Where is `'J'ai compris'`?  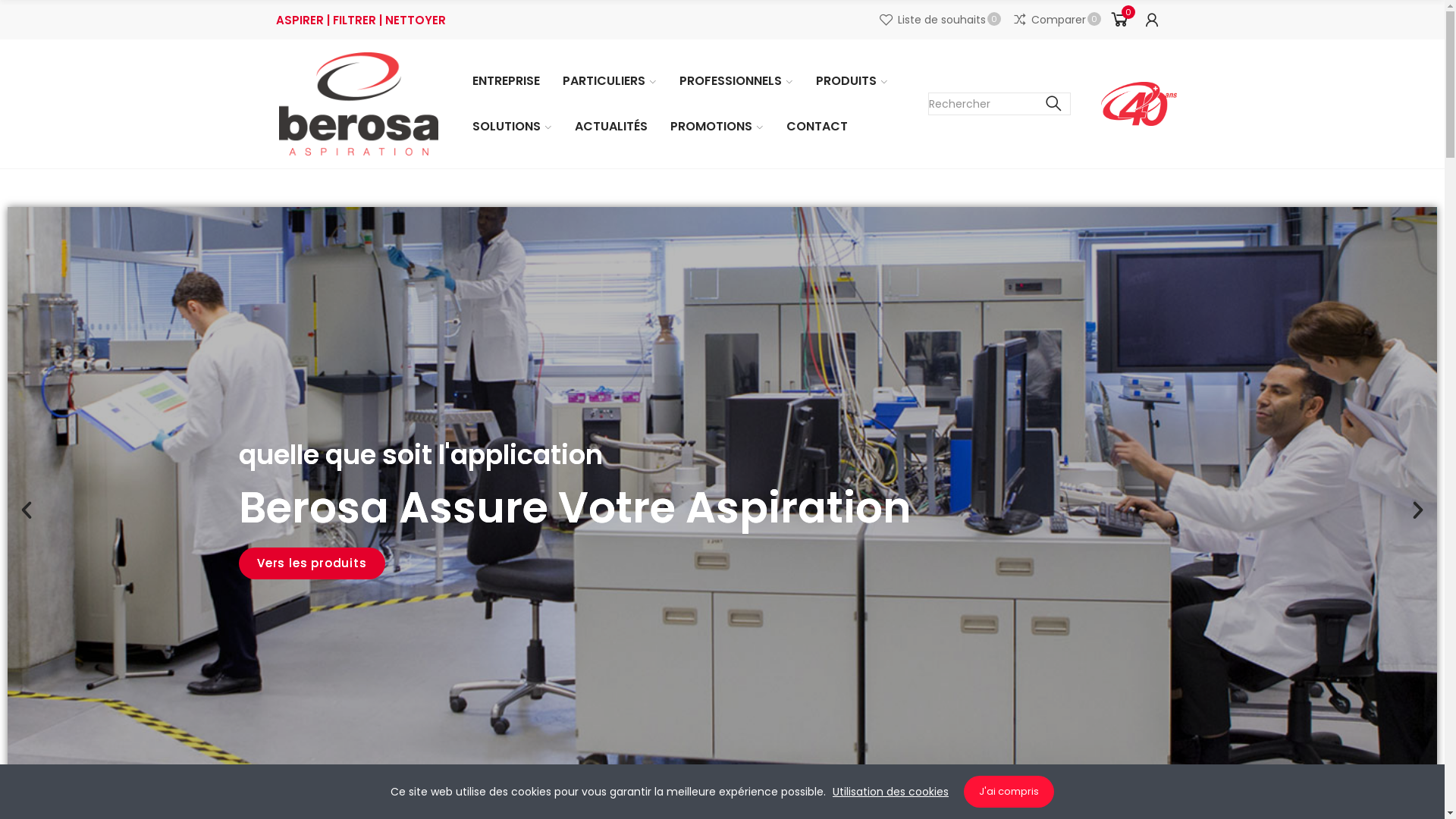
'J'ai compris' is located at coordinates (1009, 791).